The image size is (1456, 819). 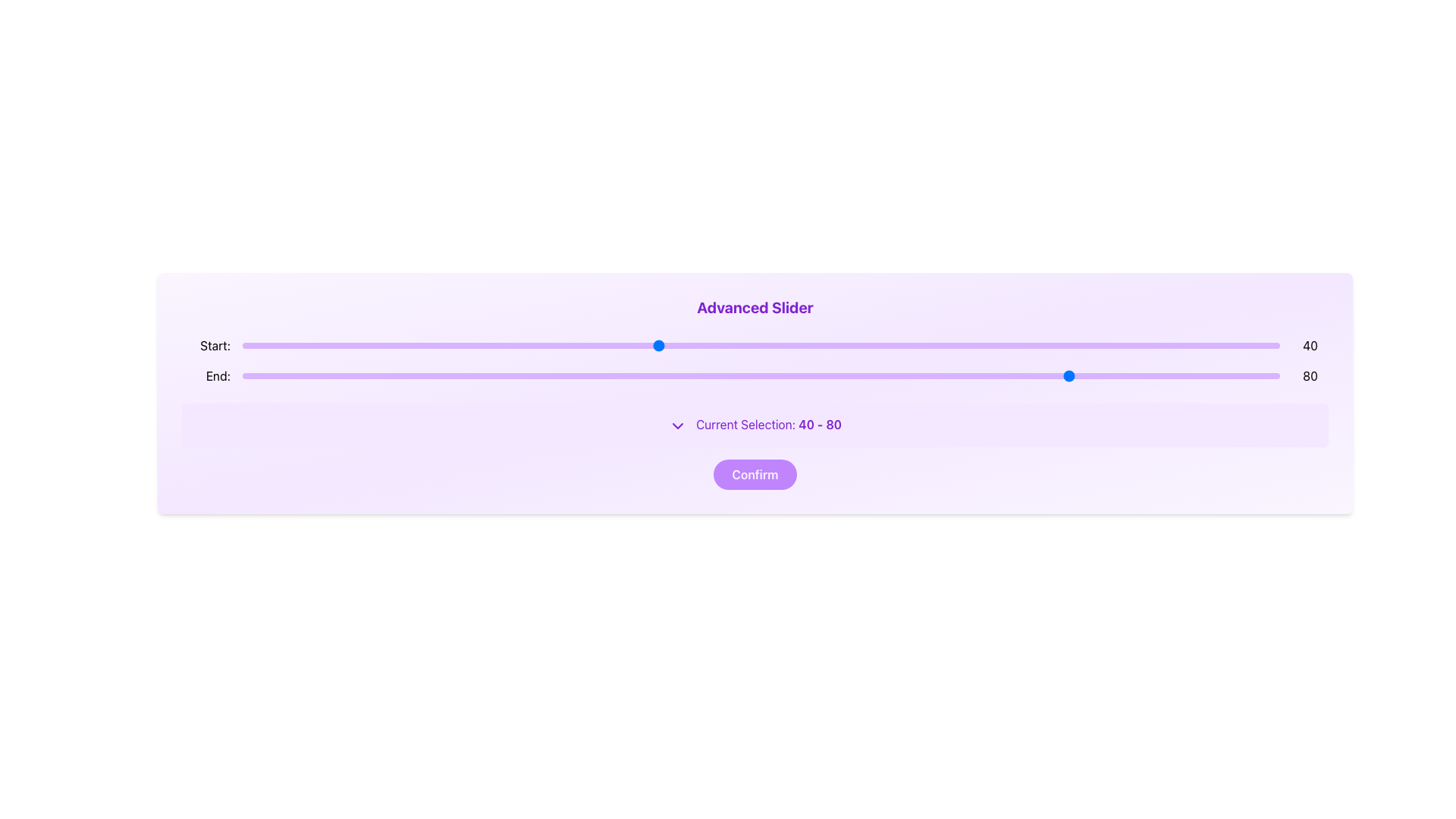 What do you see at coordinates (957, 375) in the screenshot?
I see `the 'End' value` at bounding box center [957, 375].